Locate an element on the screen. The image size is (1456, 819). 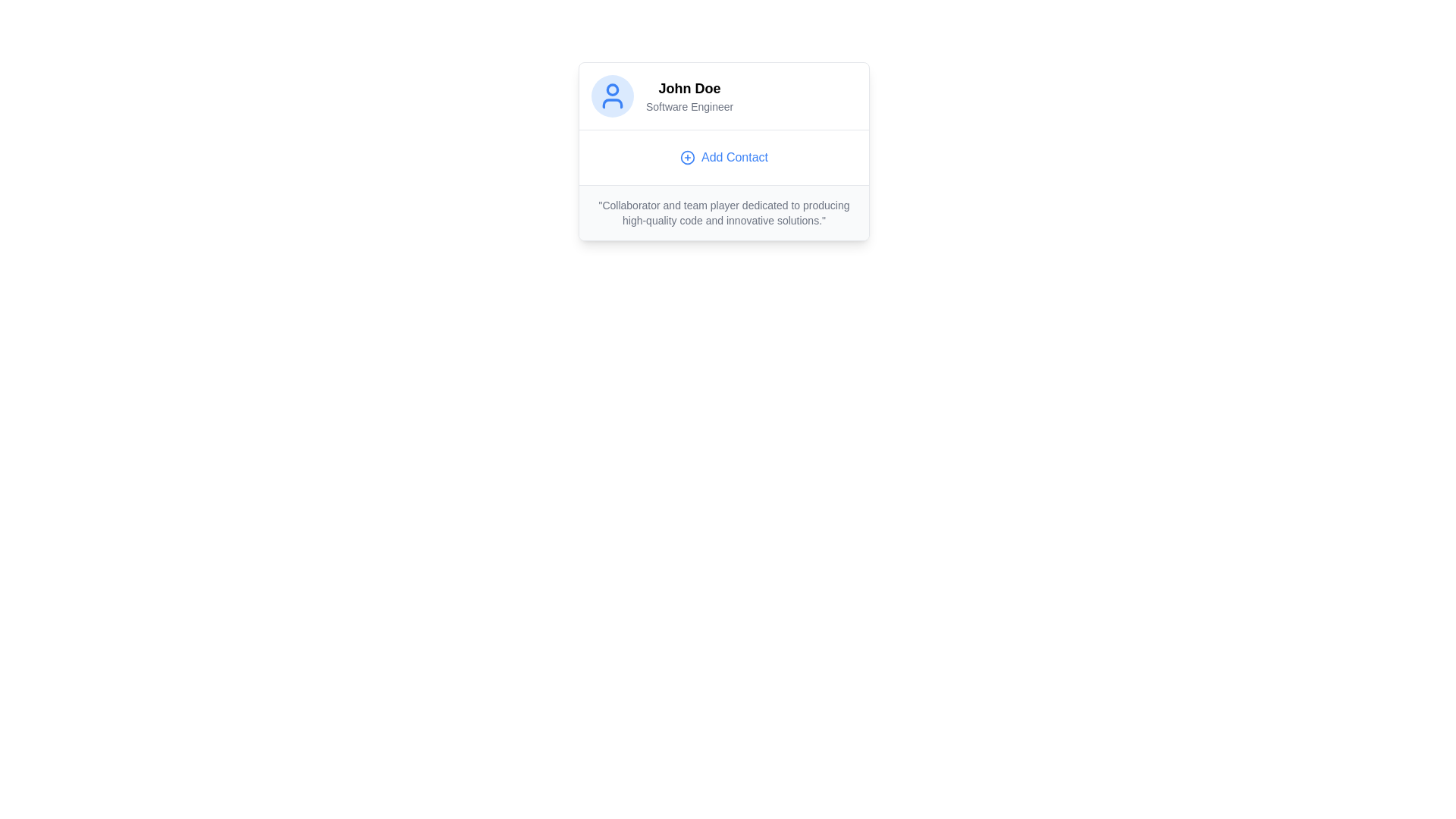
the static text element that reads 'Collaborator and team player dedicated to producing high-quality code and innovative solutions.' located below the 'John Doe' title and 'Add Contact' button is located at coordinates (723, 213).